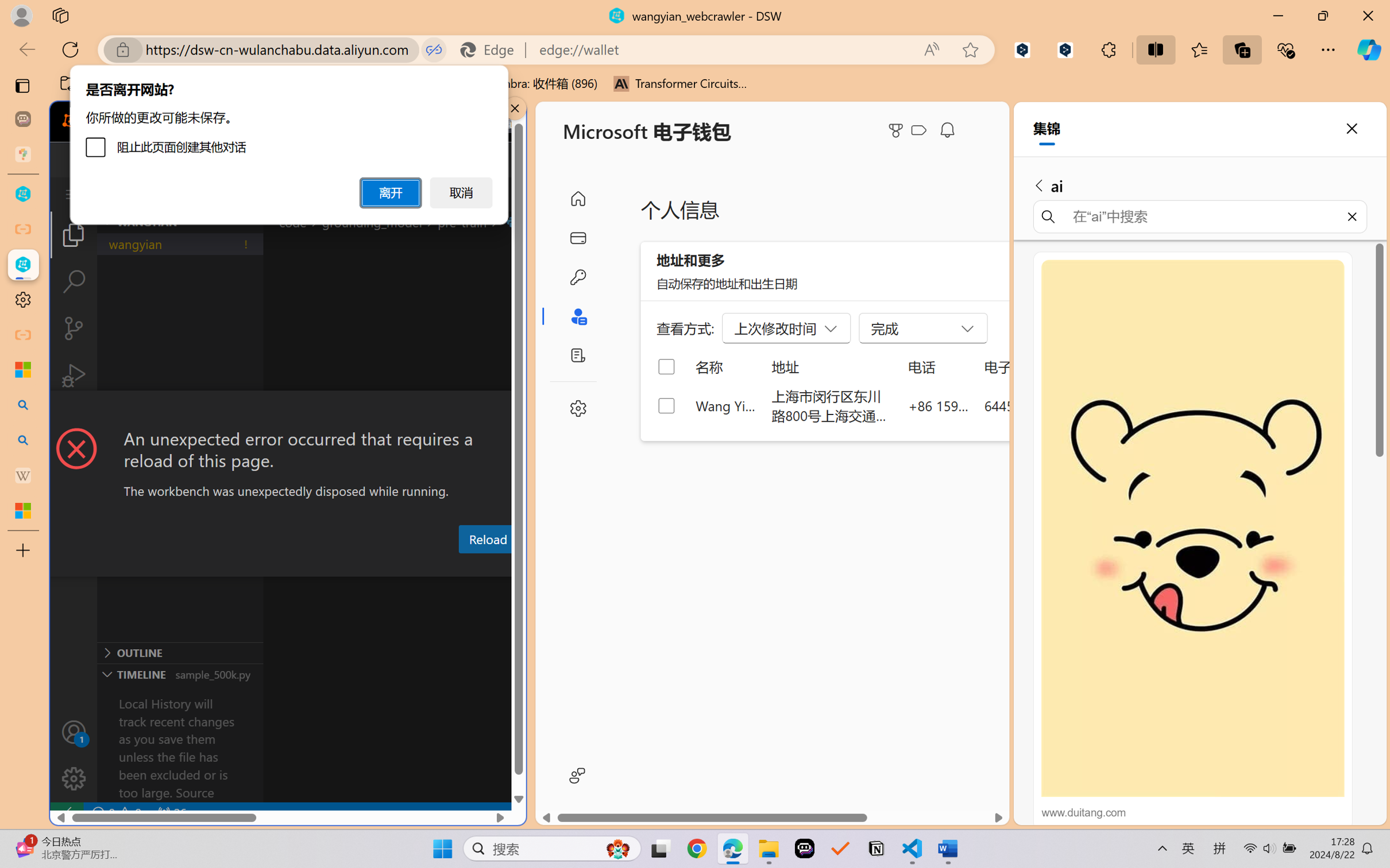 The width and height of the screenshot is (1390, 868). Describe the element at coordinates (697, 848) in the screenshot. I see `'Google Chrome'` at that location.